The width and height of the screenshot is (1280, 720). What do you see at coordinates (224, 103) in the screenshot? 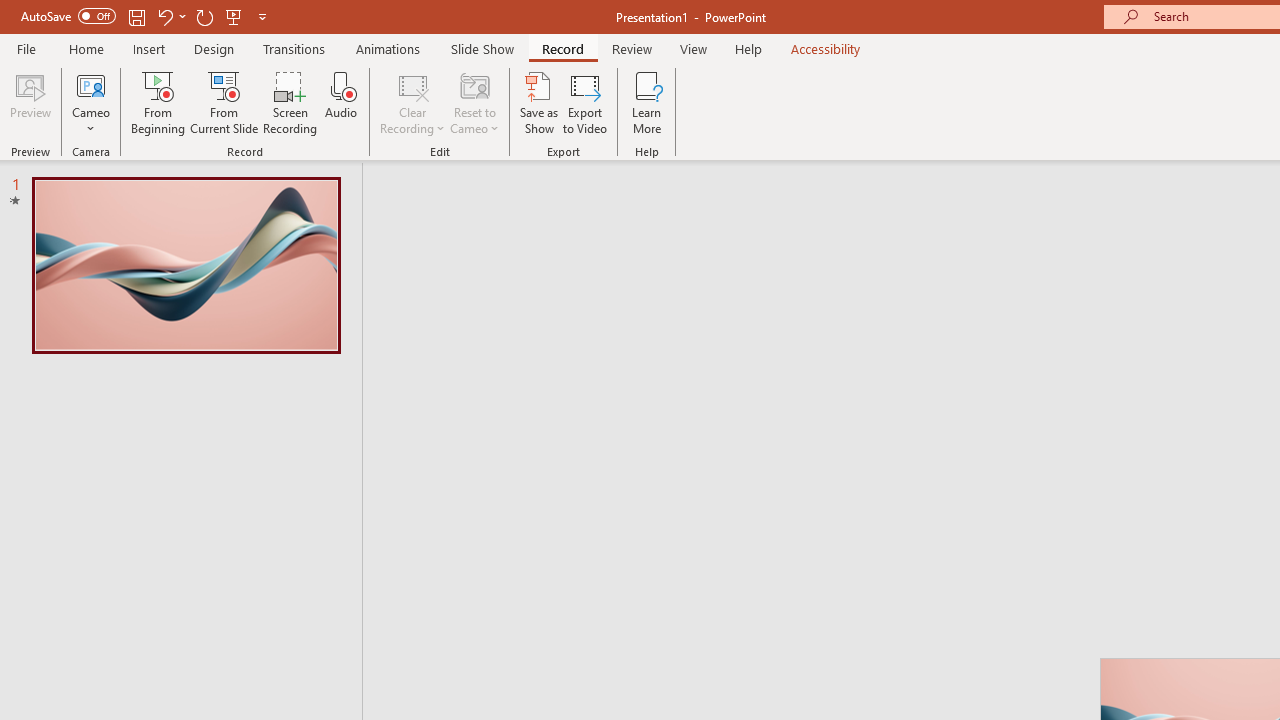
I see `'From Current Slide...'` at bounding box center [224, 103].